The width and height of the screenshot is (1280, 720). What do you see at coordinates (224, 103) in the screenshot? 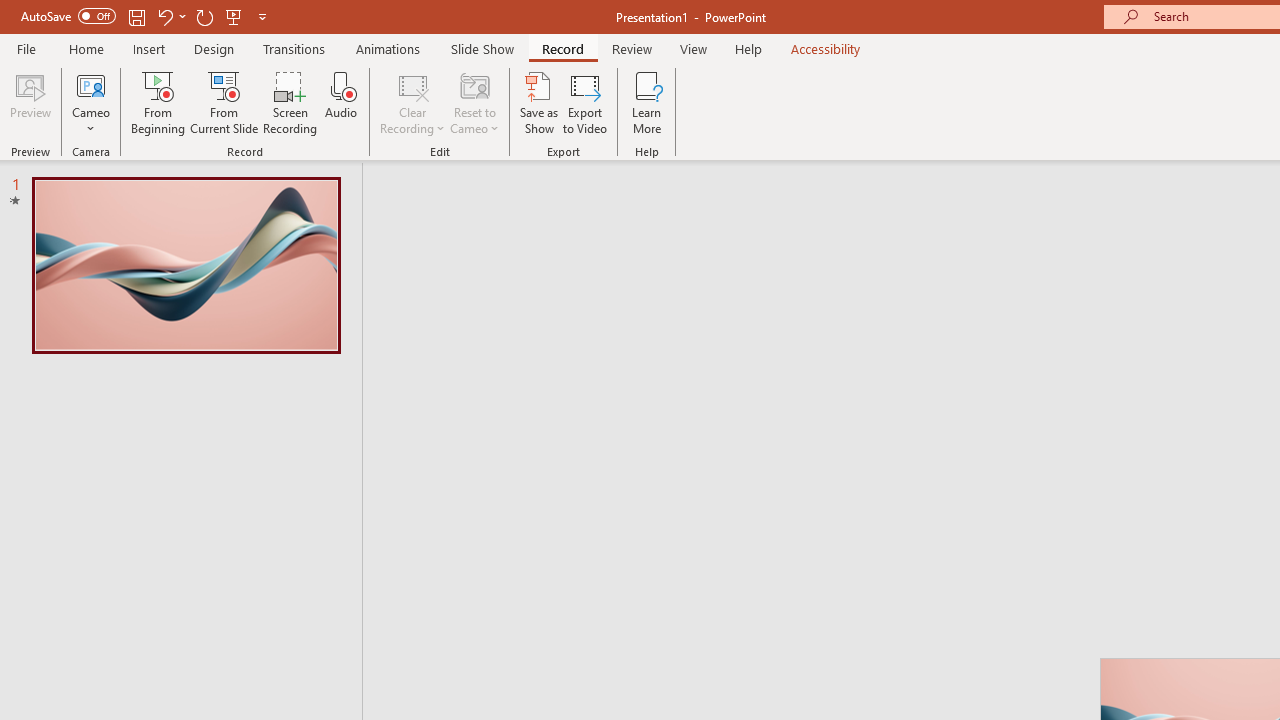
I see `'From Current Slide...'` at bounding box center [224, 103].